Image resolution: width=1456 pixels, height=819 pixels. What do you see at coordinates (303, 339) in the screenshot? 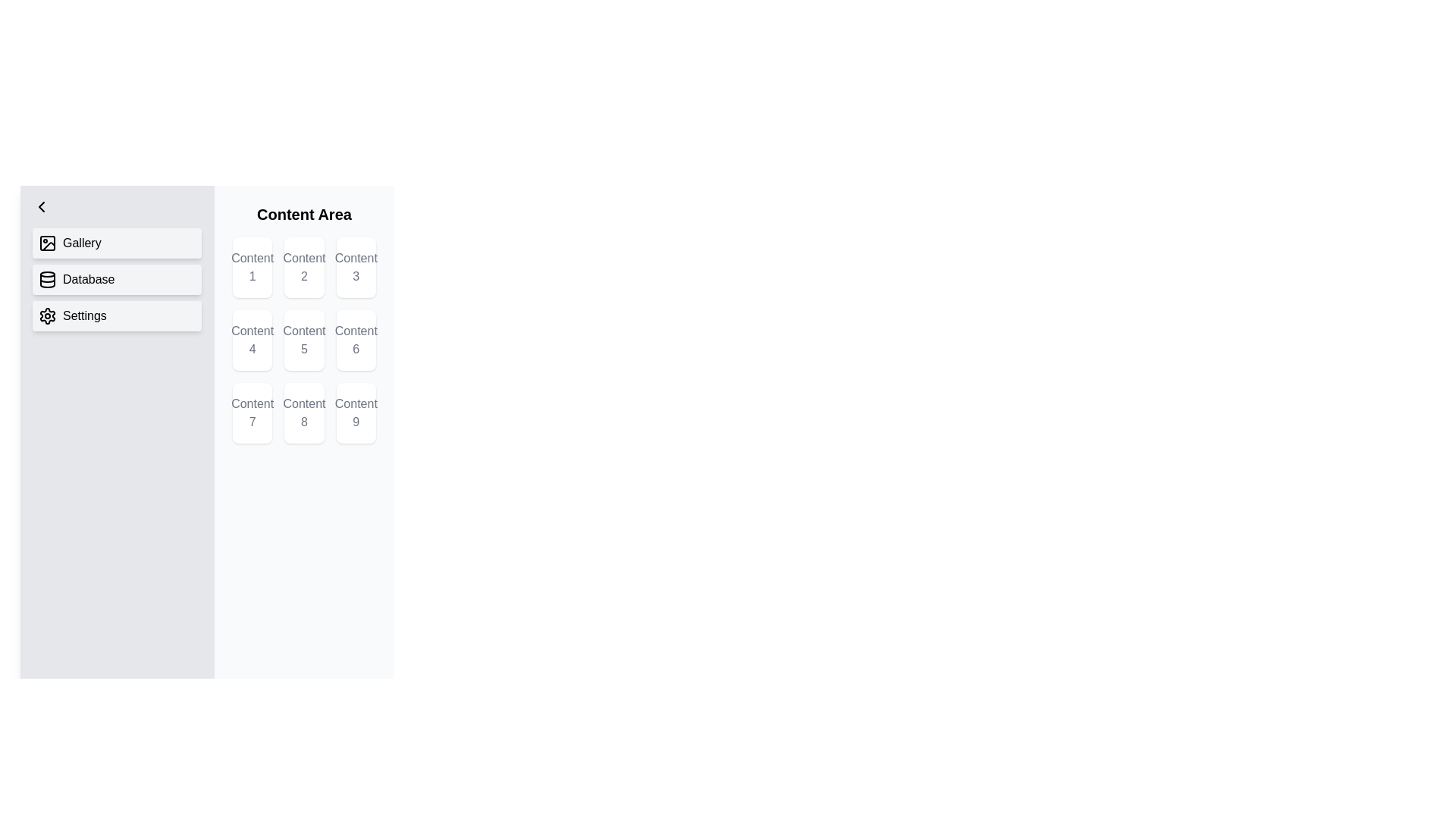
I see `an individual content block within the grid containing nine blocks, each displaying text such as 'Content 1', 'Content 2', etc` at bounding box center [303, 339].